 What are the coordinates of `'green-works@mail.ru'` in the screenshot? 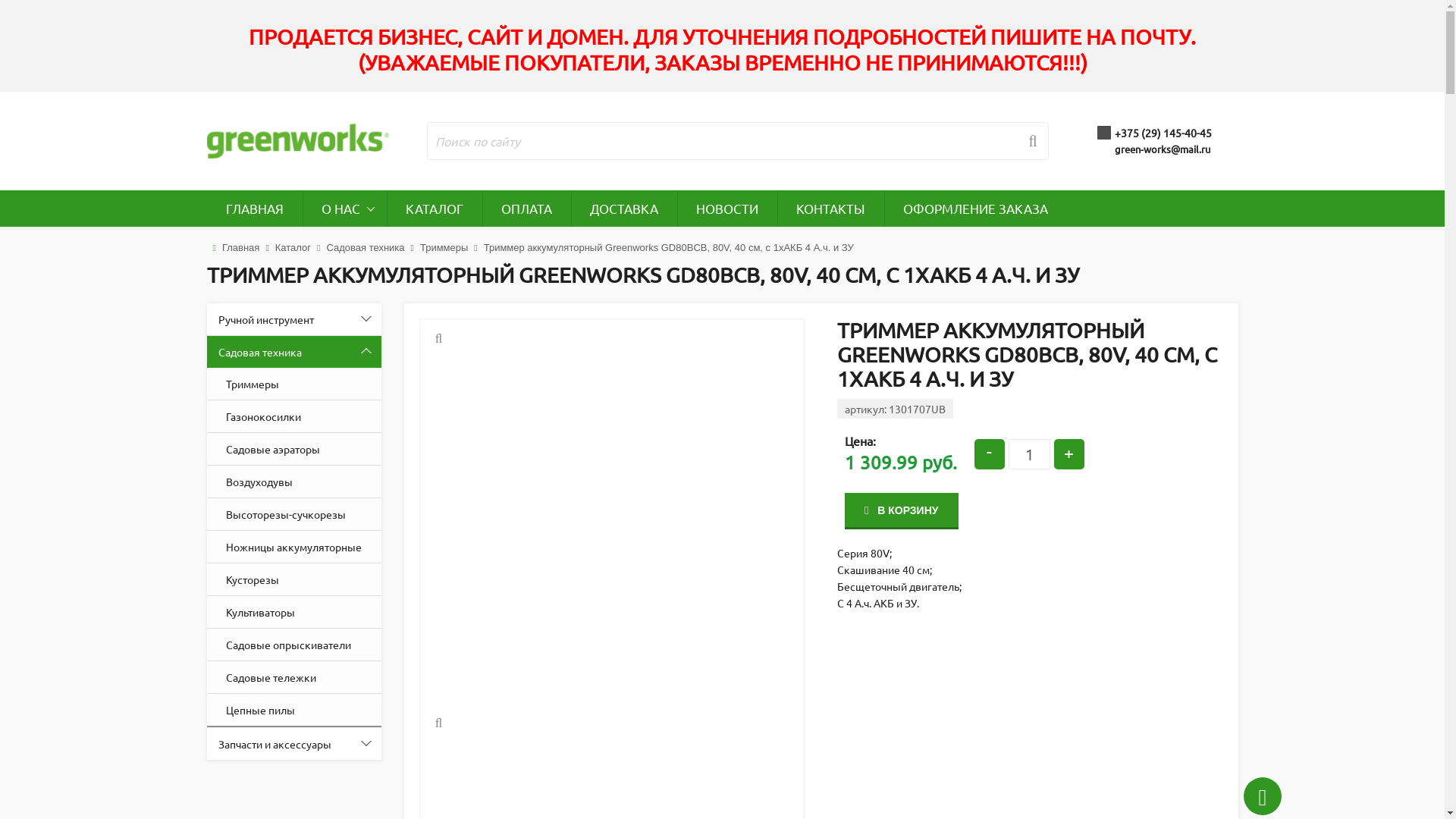 It's located at (1163, 149).